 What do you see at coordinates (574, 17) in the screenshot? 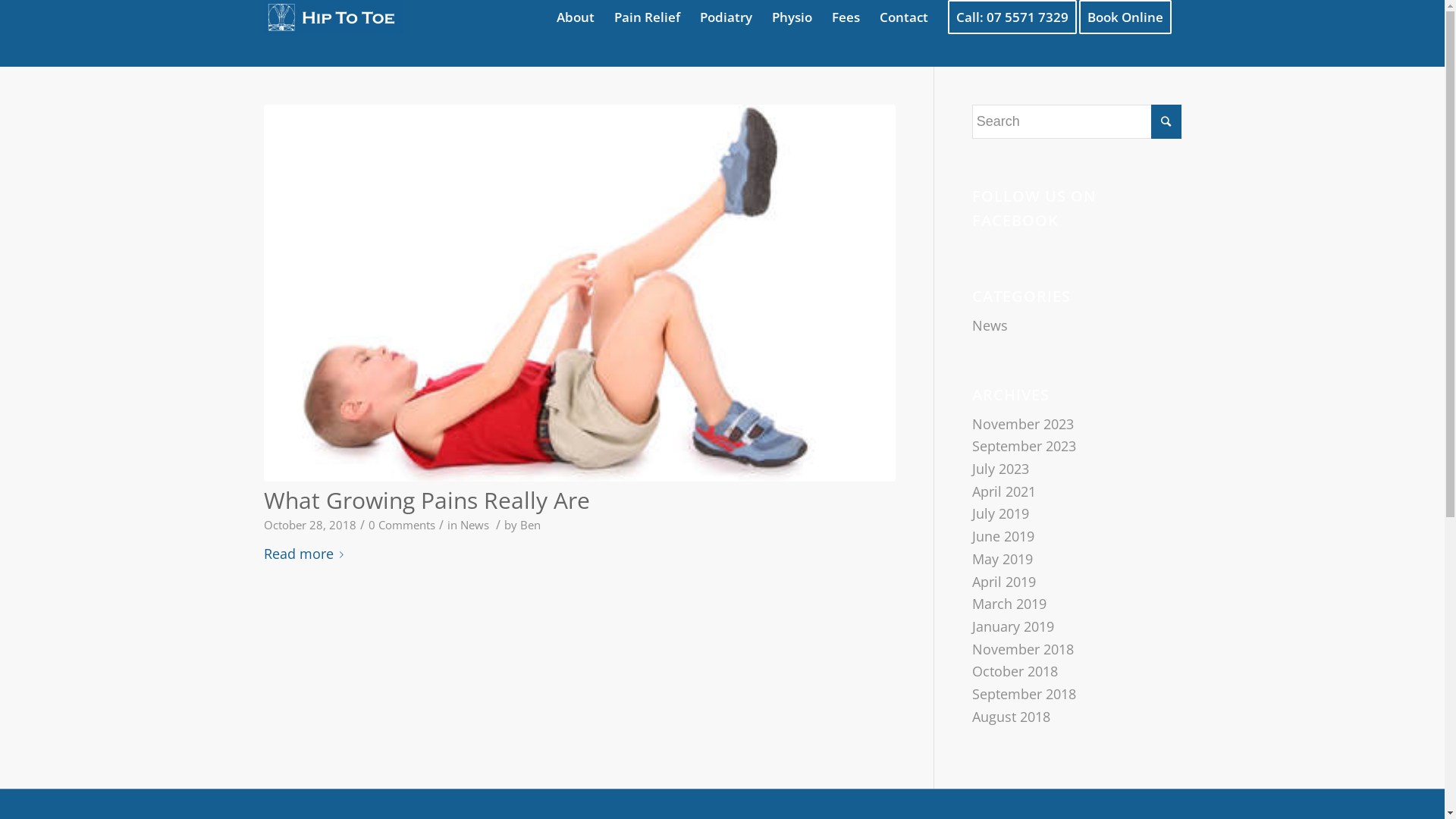
I see `'About'` at bounding box center [574, 17].